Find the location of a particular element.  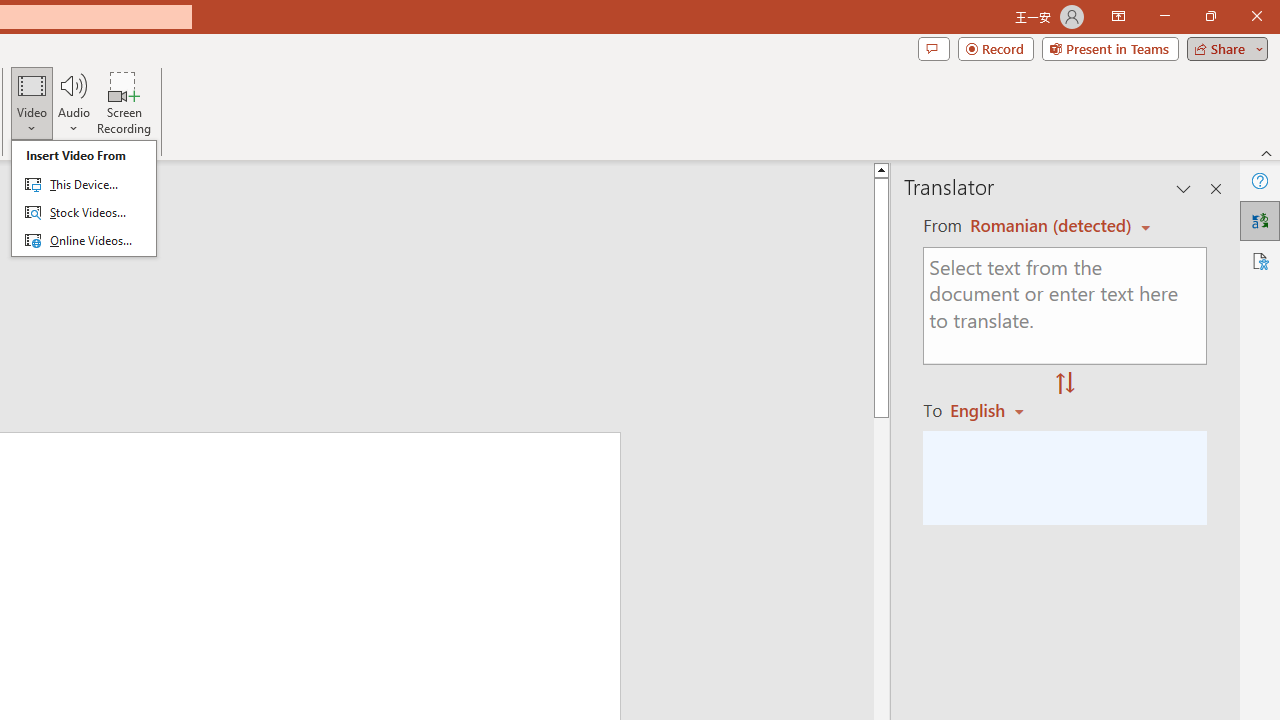

'Audio' is located at coordinates (73, 103).